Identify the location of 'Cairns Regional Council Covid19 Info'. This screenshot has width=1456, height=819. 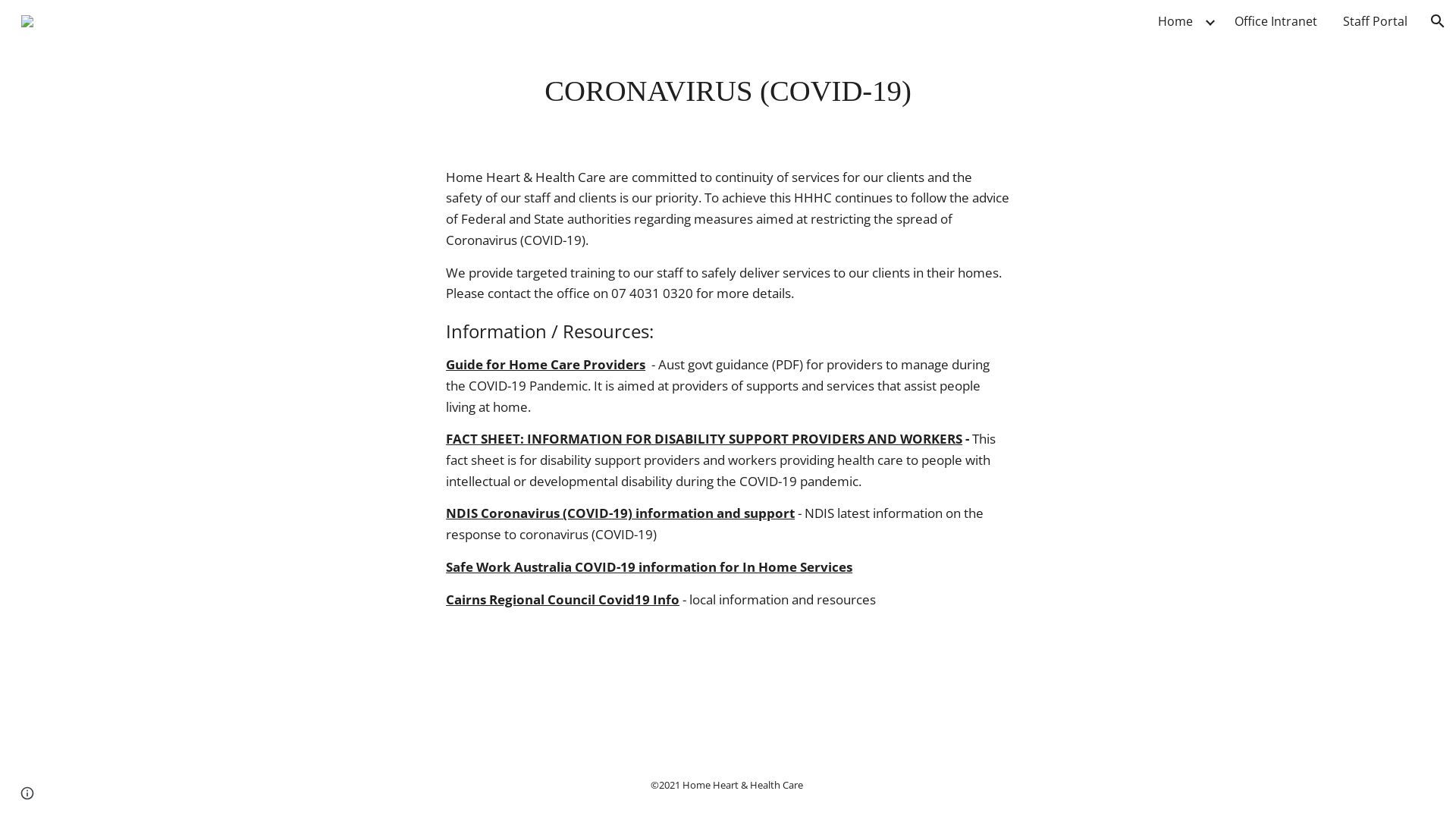
(562, 598).